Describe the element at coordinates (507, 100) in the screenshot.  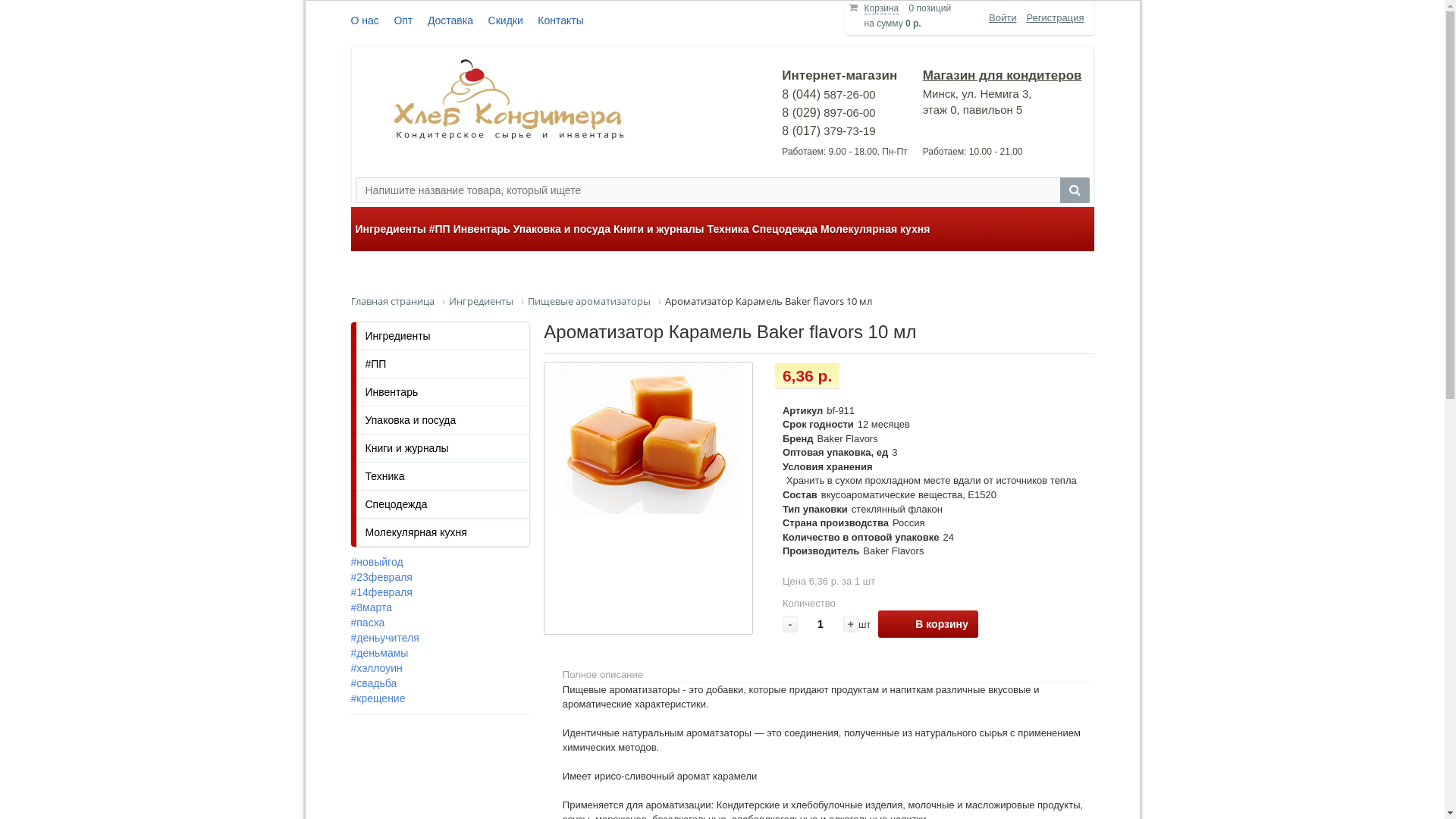
I see `'logo-hleb-conditera'` at that location.